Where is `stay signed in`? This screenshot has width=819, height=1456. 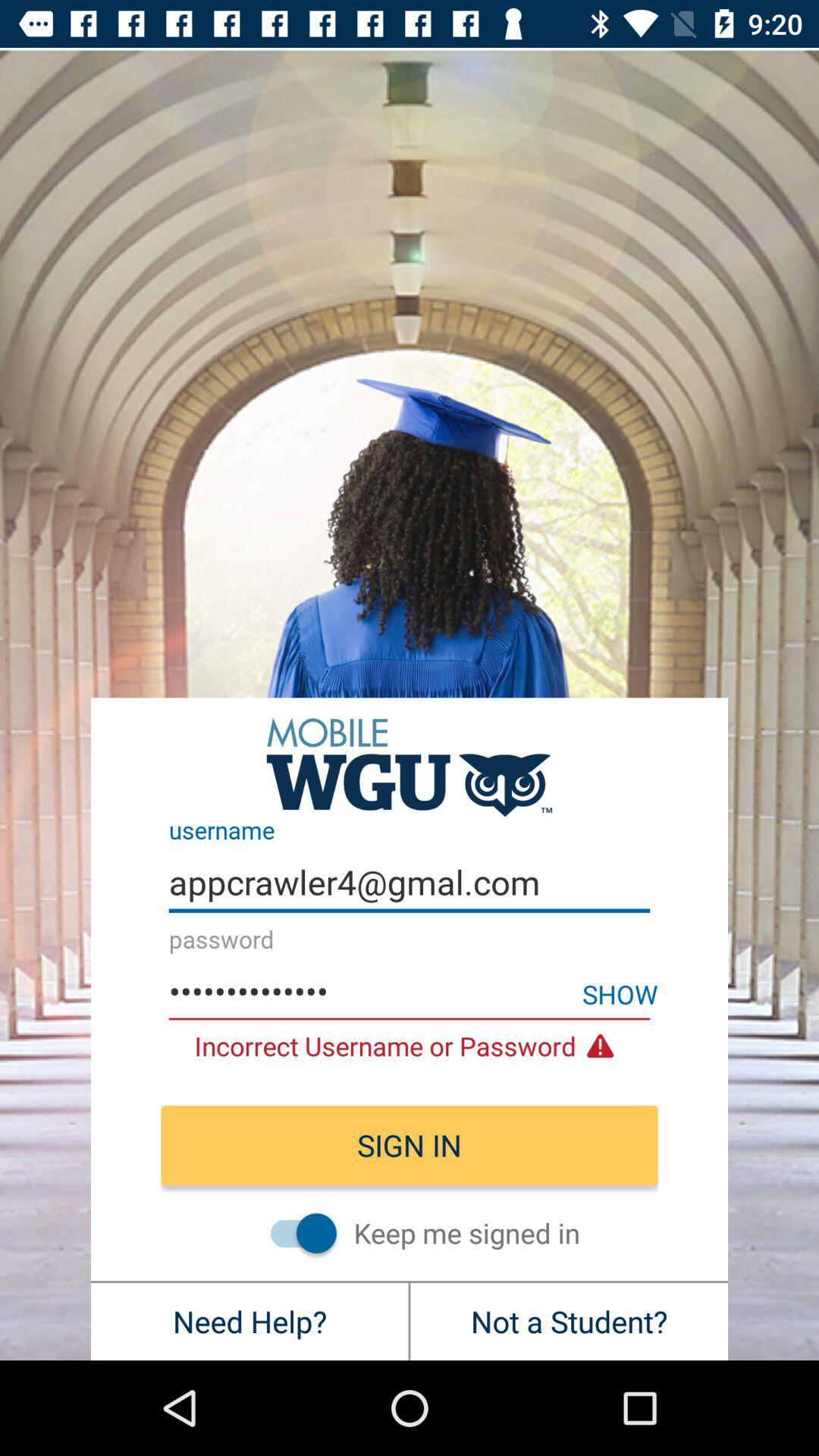 stay signed in is located at coordinates (296, 1233).